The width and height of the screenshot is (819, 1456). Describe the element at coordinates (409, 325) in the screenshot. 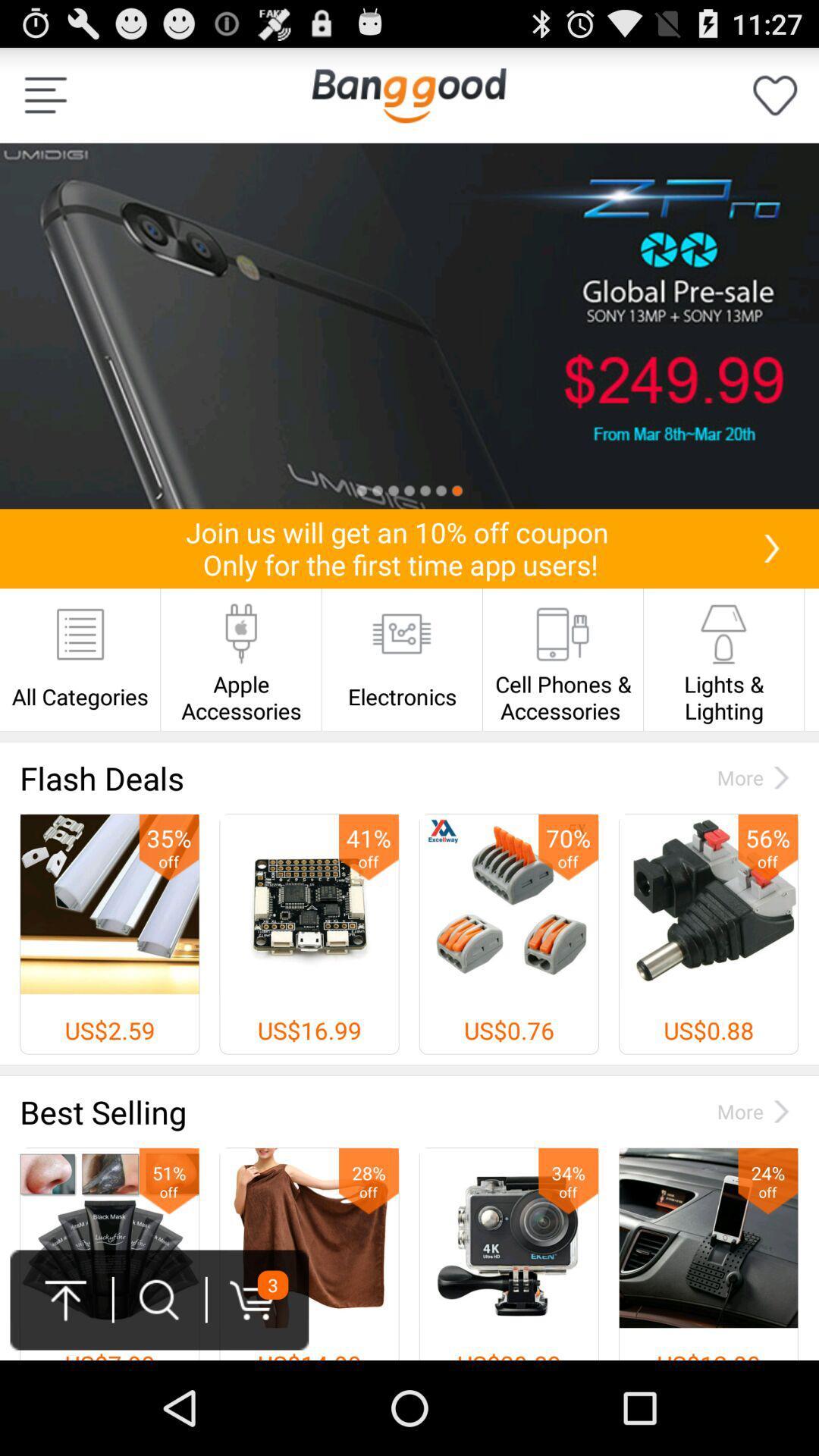

I see `the icon above join us will icon` at that location.